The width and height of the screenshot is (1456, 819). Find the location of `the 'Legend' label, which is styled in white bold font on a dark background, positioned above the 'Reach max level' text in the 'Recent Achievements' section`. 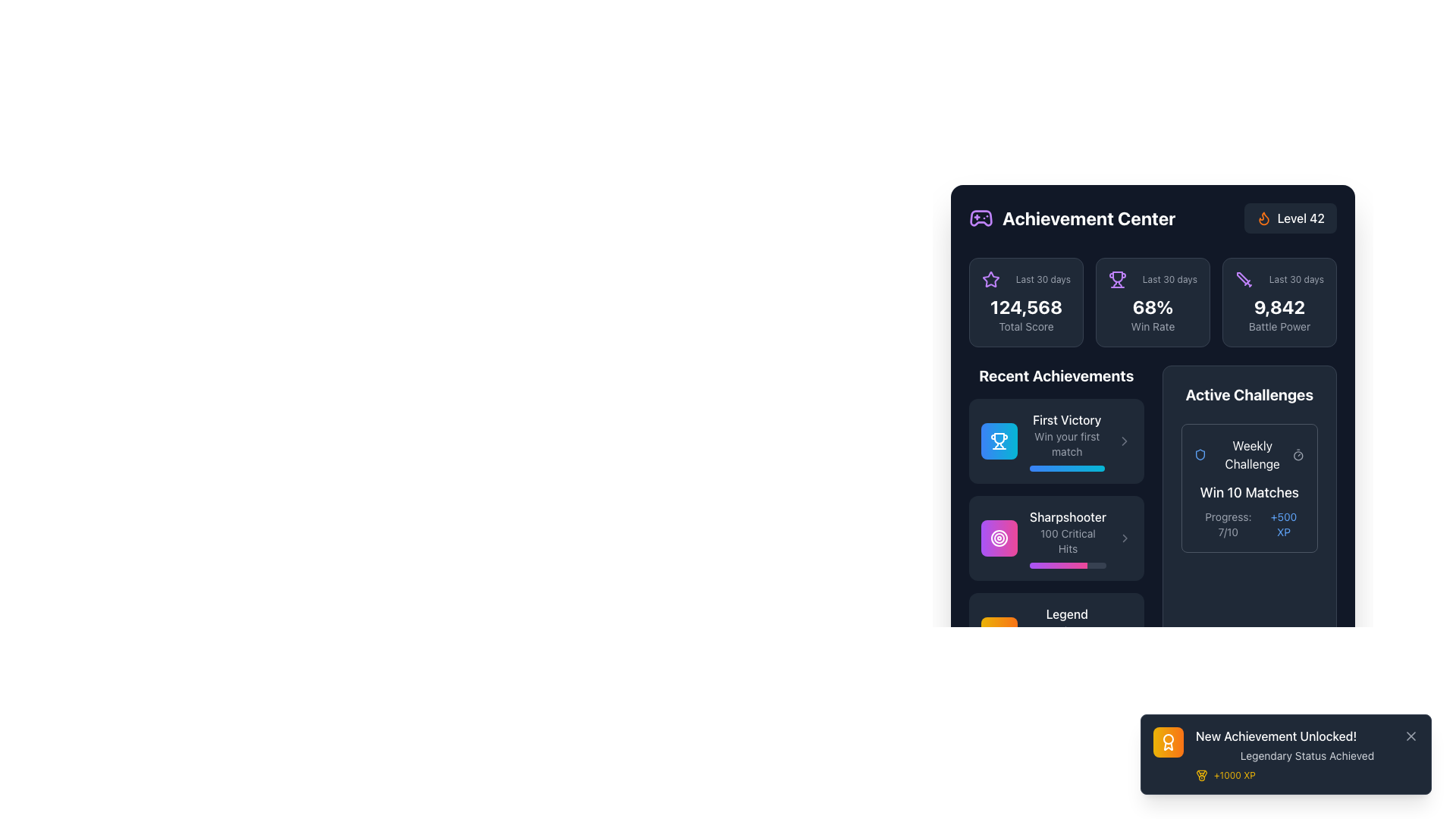

the 'Legend' label, which is styled in white bold font on a dark background, positioned above the 'Reach max level' text in the 'Recent Achievements' section is located at coordinates (1066, 614).